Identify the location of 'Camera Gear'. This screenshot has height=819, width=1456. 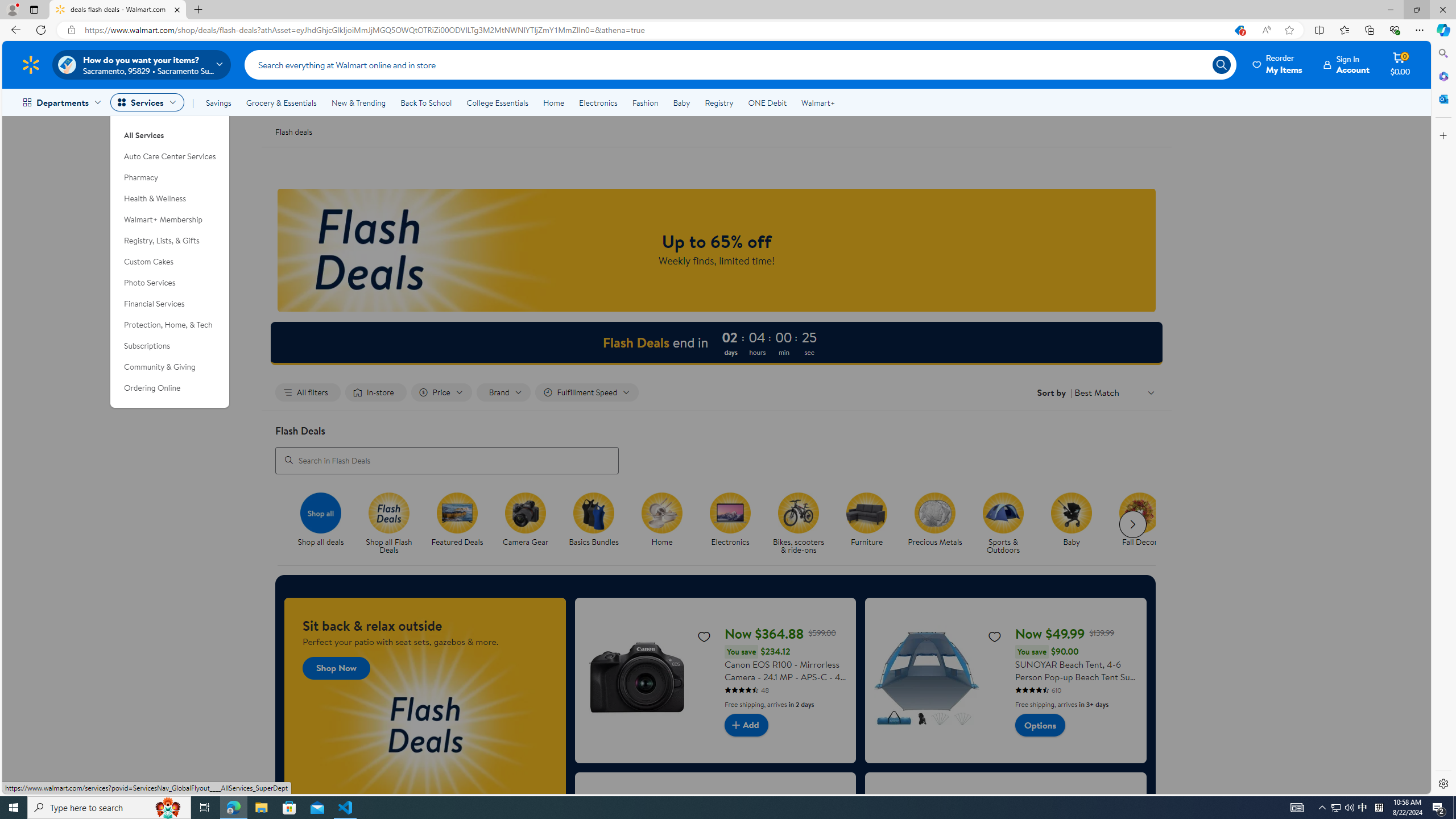
(531, 523).